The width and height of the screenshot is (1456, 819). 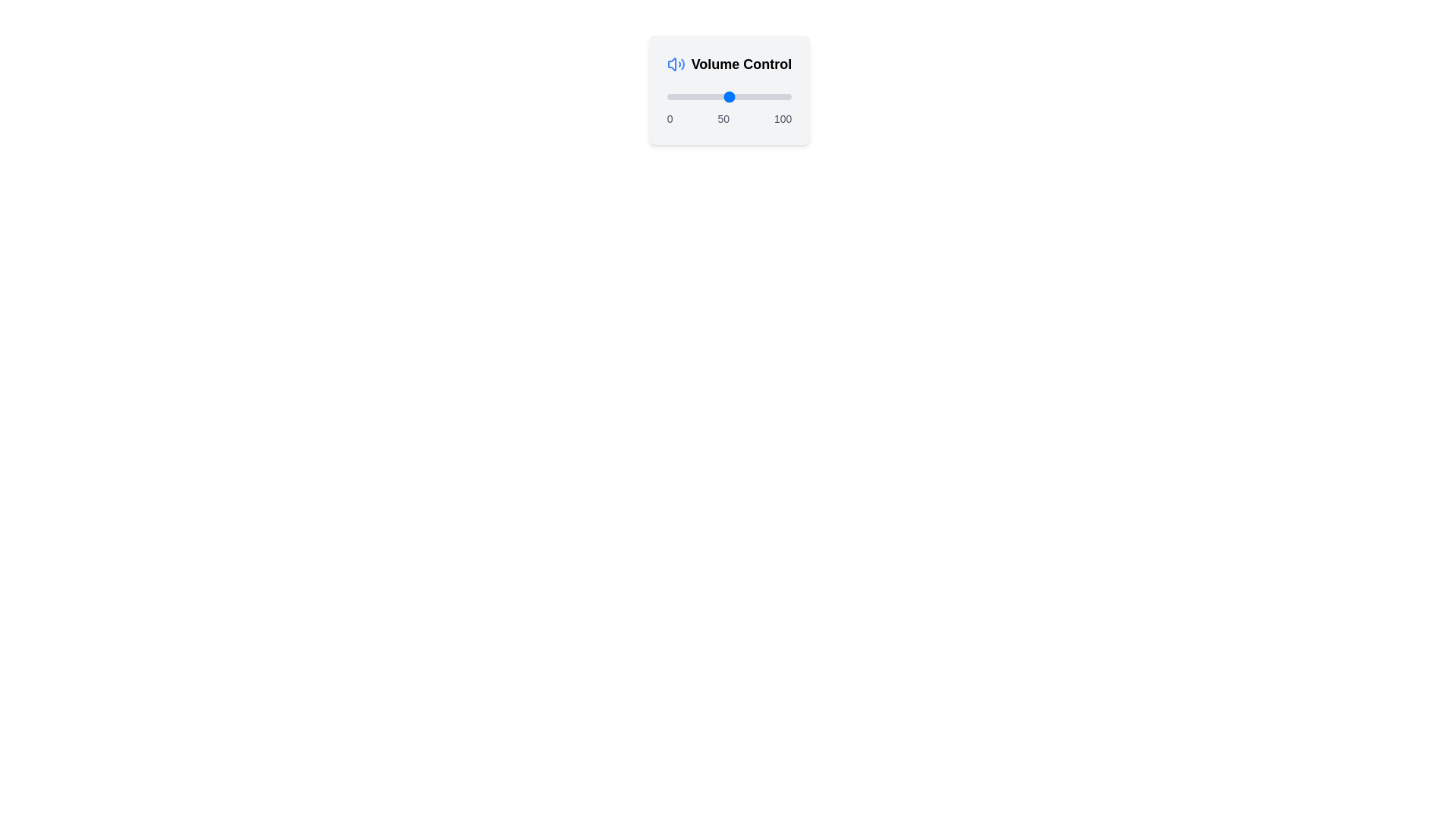 I want to click on the volume control icon located to the left of the 'Volume Control' title, so click(x=675, y=63).